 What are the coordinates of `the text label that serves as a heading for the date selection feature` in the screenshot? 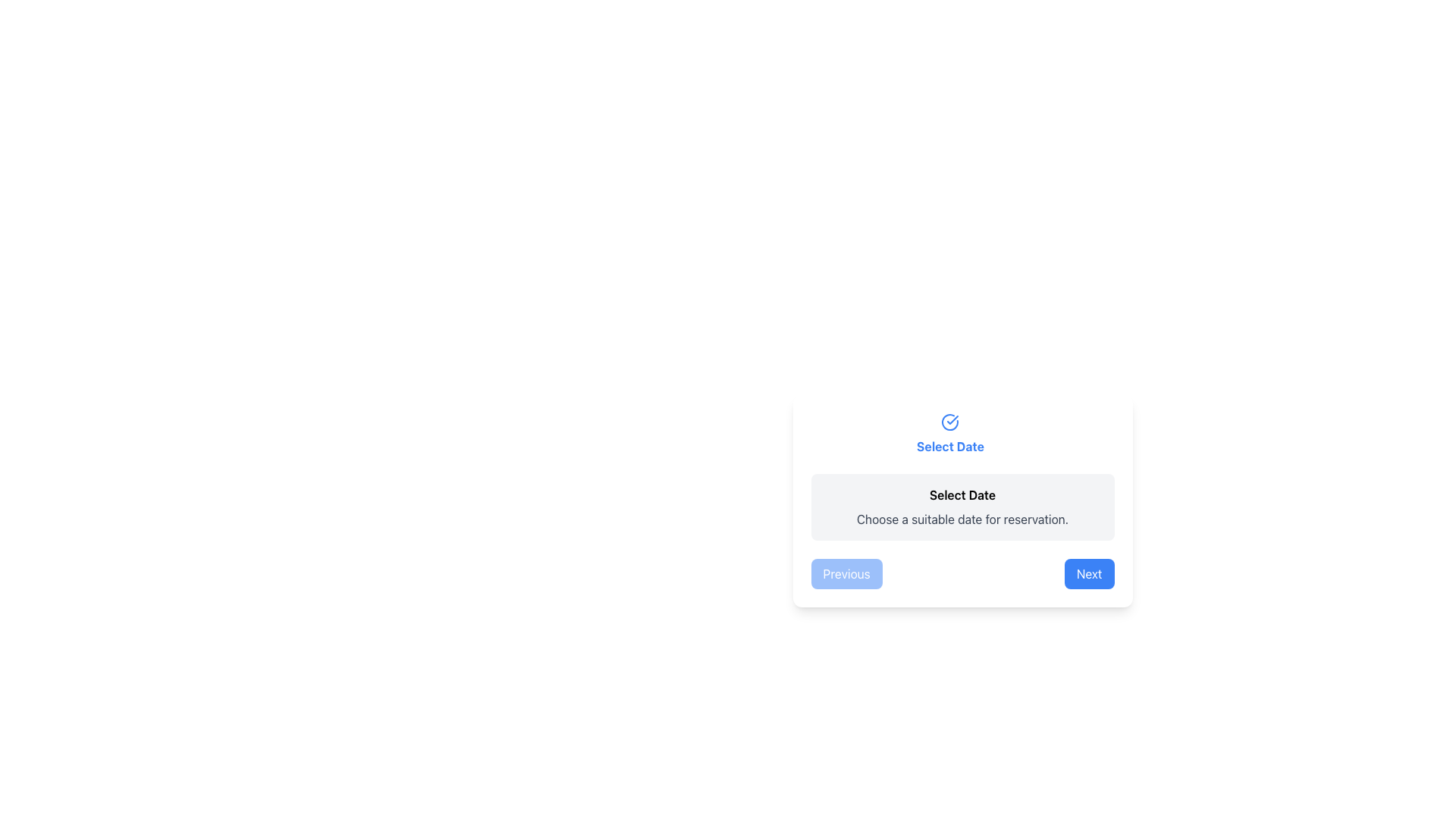 It's located at (949, 435).